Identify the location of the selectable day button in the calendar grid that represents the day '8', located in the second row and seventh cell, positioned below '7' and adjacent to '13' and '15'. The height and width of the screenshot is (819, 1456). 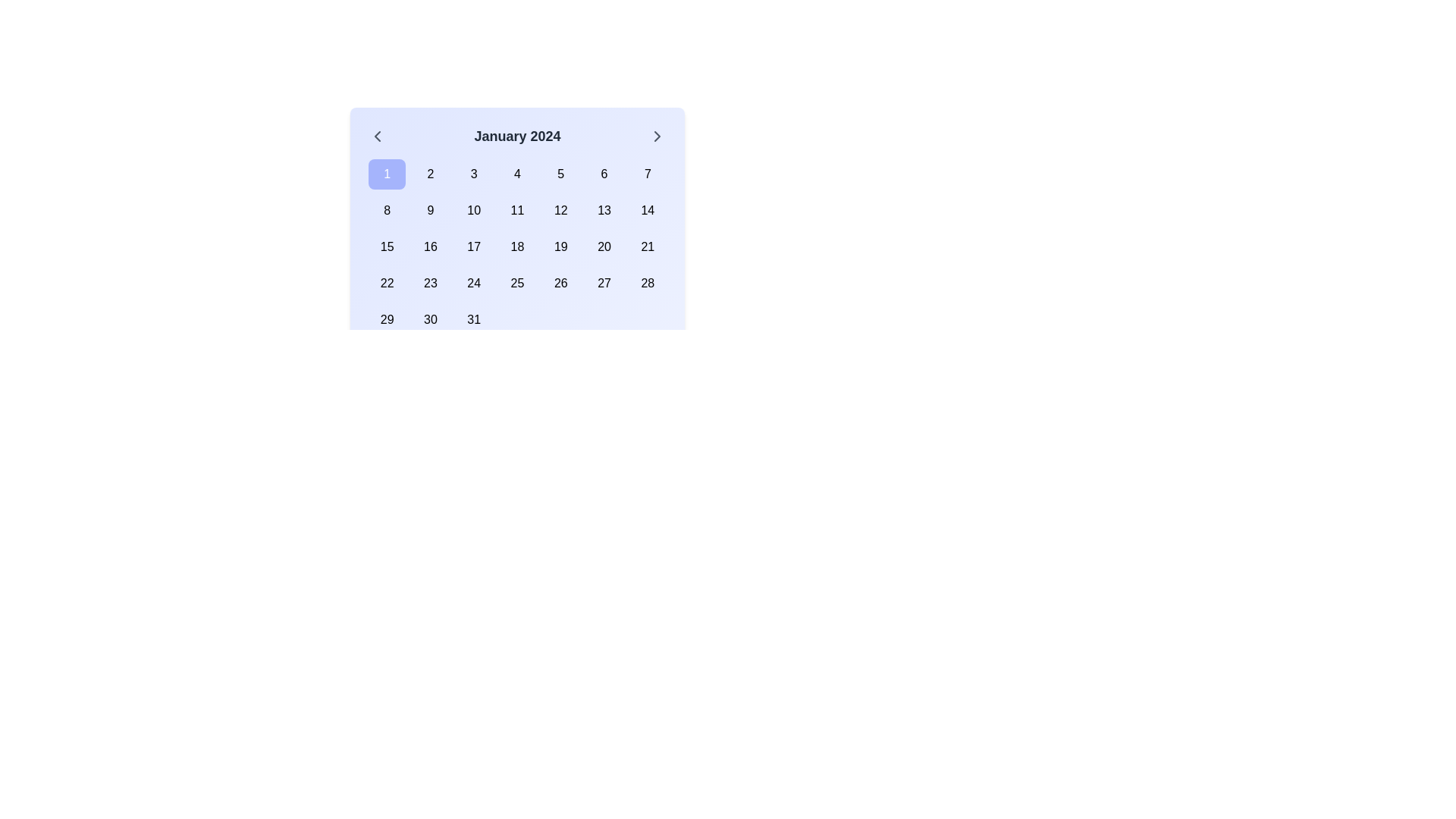
(648, 210).